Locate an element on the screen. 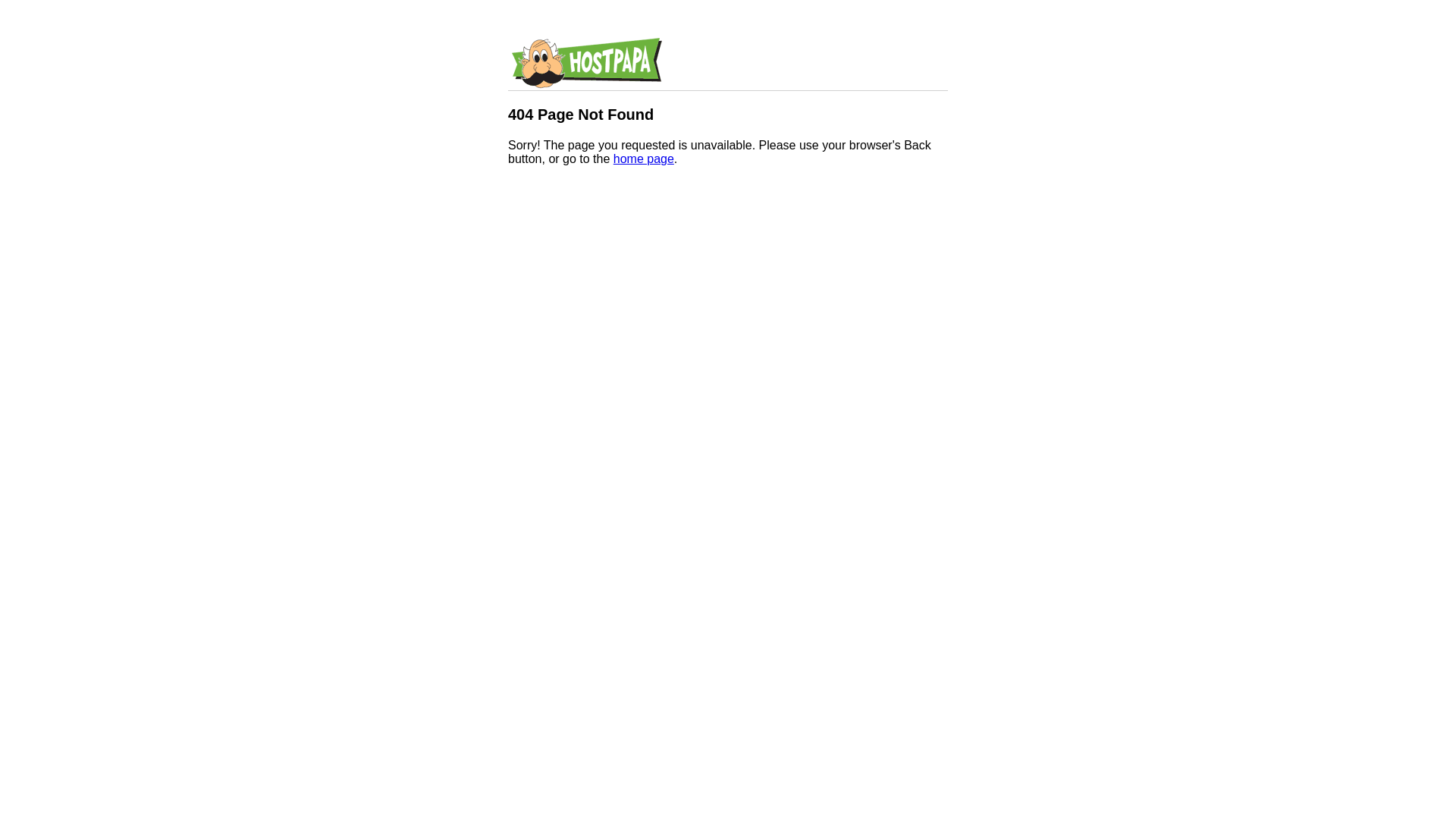 The height and width of the screenshot is (819, 1456). 'home page' is located at coordinates (613, 158).